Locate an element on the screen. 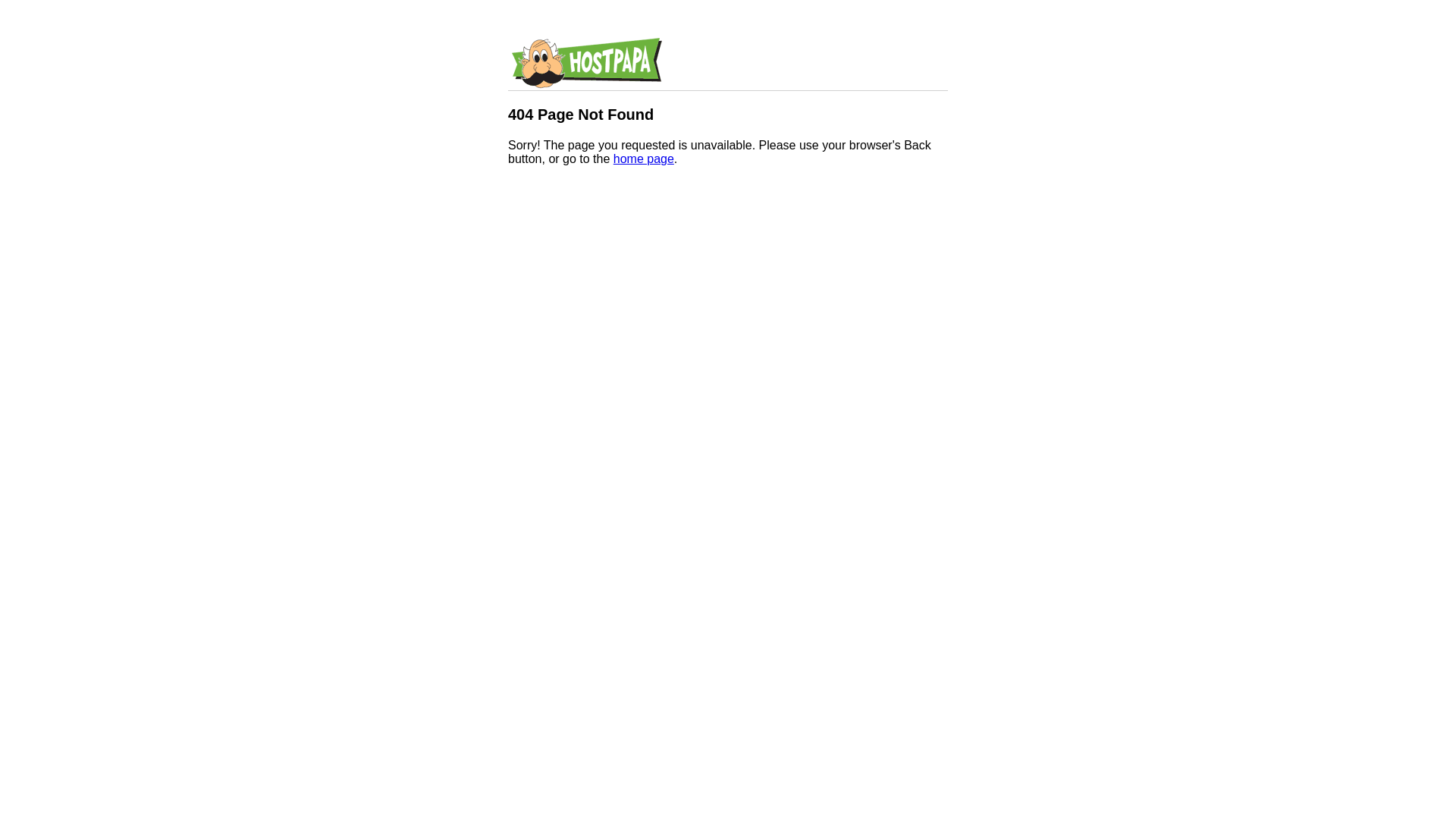 The height and width of the screenshot is (819, 1456). 'home page' is located at coordinates (613, 158).